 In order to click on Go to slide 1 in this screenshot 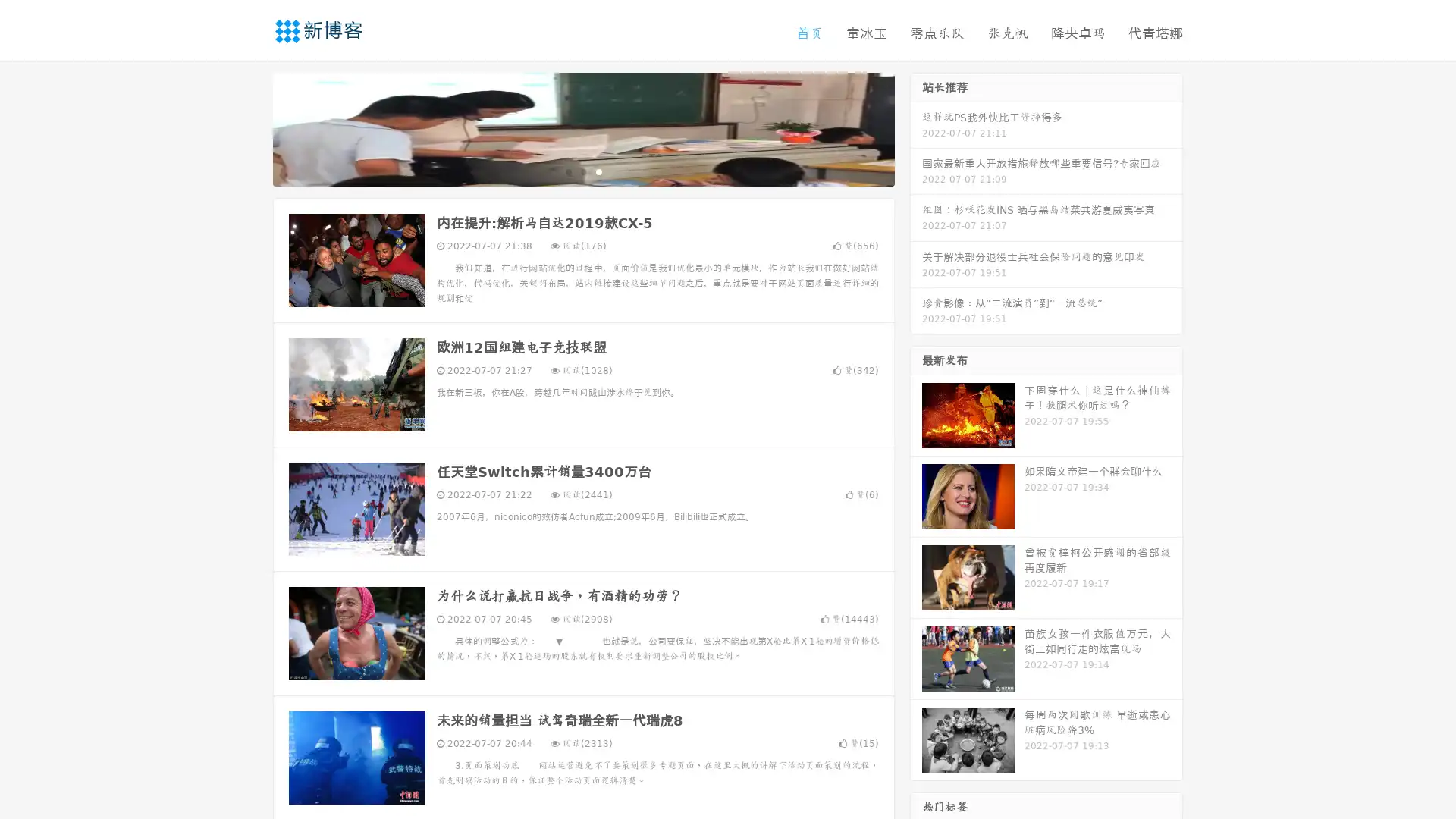, I will do `click(567, 171)`.